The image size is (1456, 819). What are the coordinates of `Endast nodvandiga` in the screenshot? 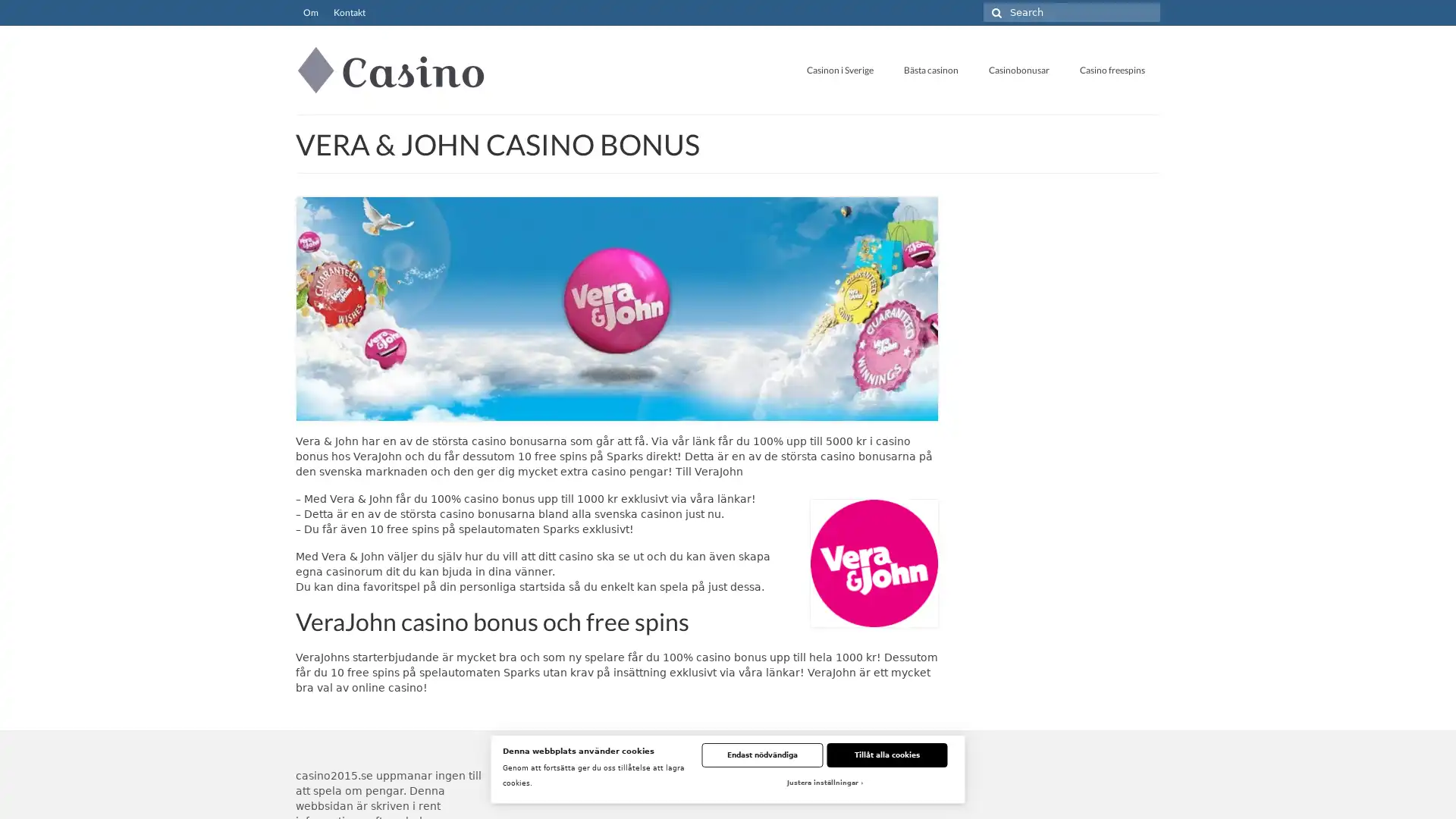 It's located at (761, 755).